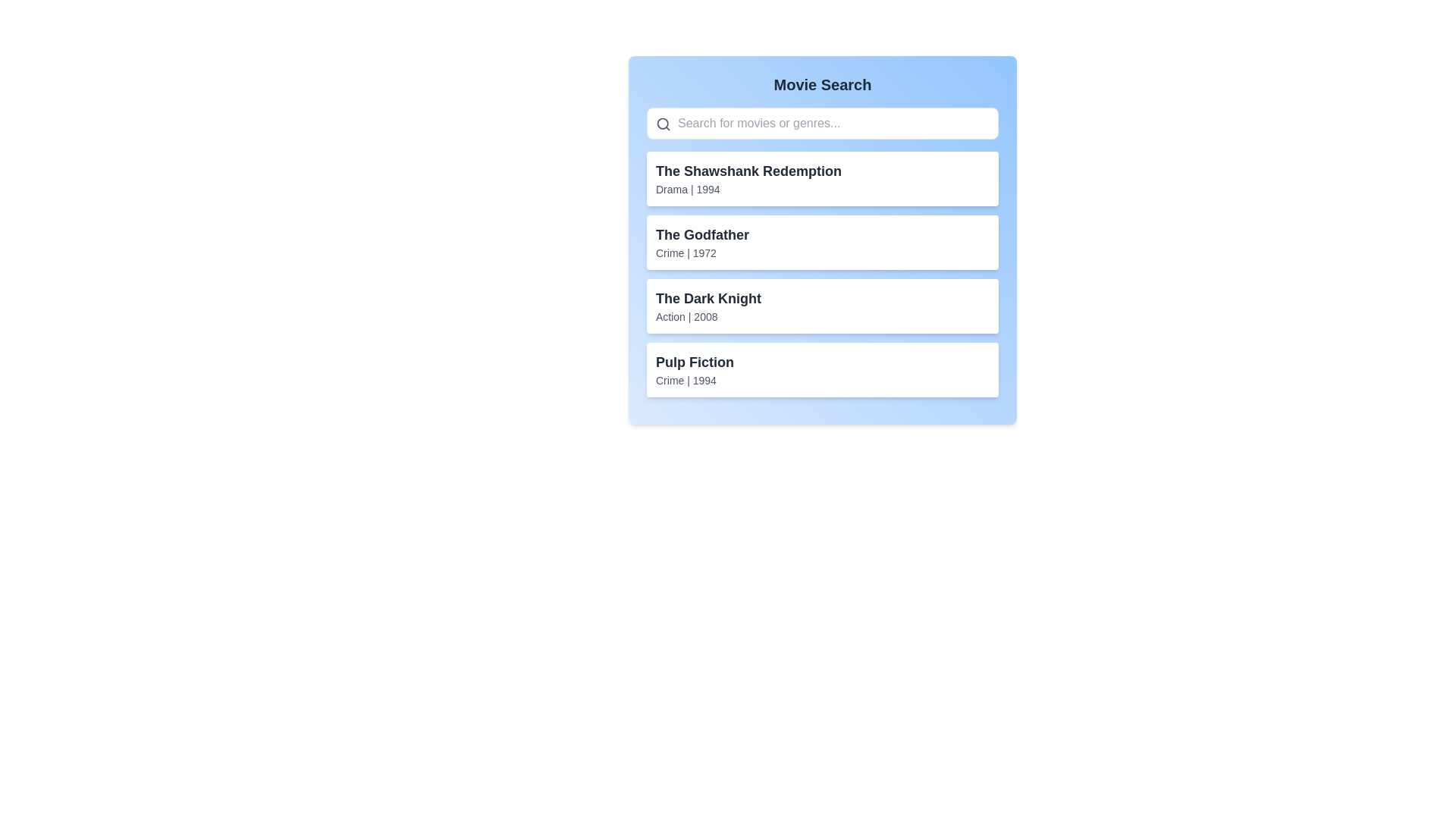 The height and width of the screenshot is (819, 1456). What do you see at coordinates (701, 242) in the screenshot?
I see `text of the movie title 'The Godfather' and subtitle 'Crime | 1972' from the text block positioned in the second row of movie entries, between 'The Shawshank Redemption' and 'The Dark Knight'` at bounding box center [701, 242].